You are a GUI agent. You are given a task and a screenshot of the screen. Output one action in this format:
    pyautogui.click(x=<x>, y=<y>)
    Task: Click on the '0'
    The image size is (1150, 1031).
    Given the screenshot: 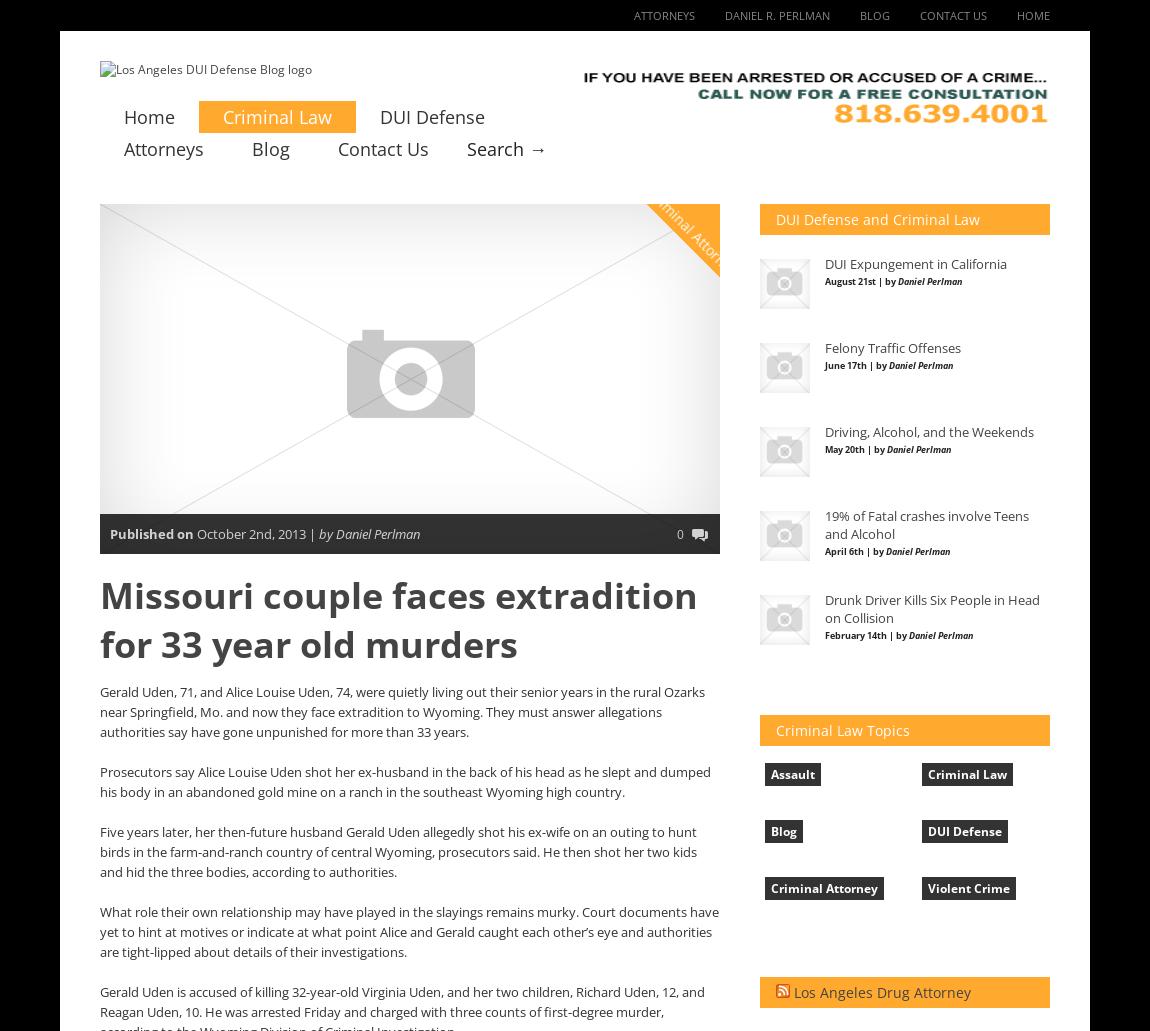 What is the action you would take?
    pyautogui.click(x=679, y=533)
    